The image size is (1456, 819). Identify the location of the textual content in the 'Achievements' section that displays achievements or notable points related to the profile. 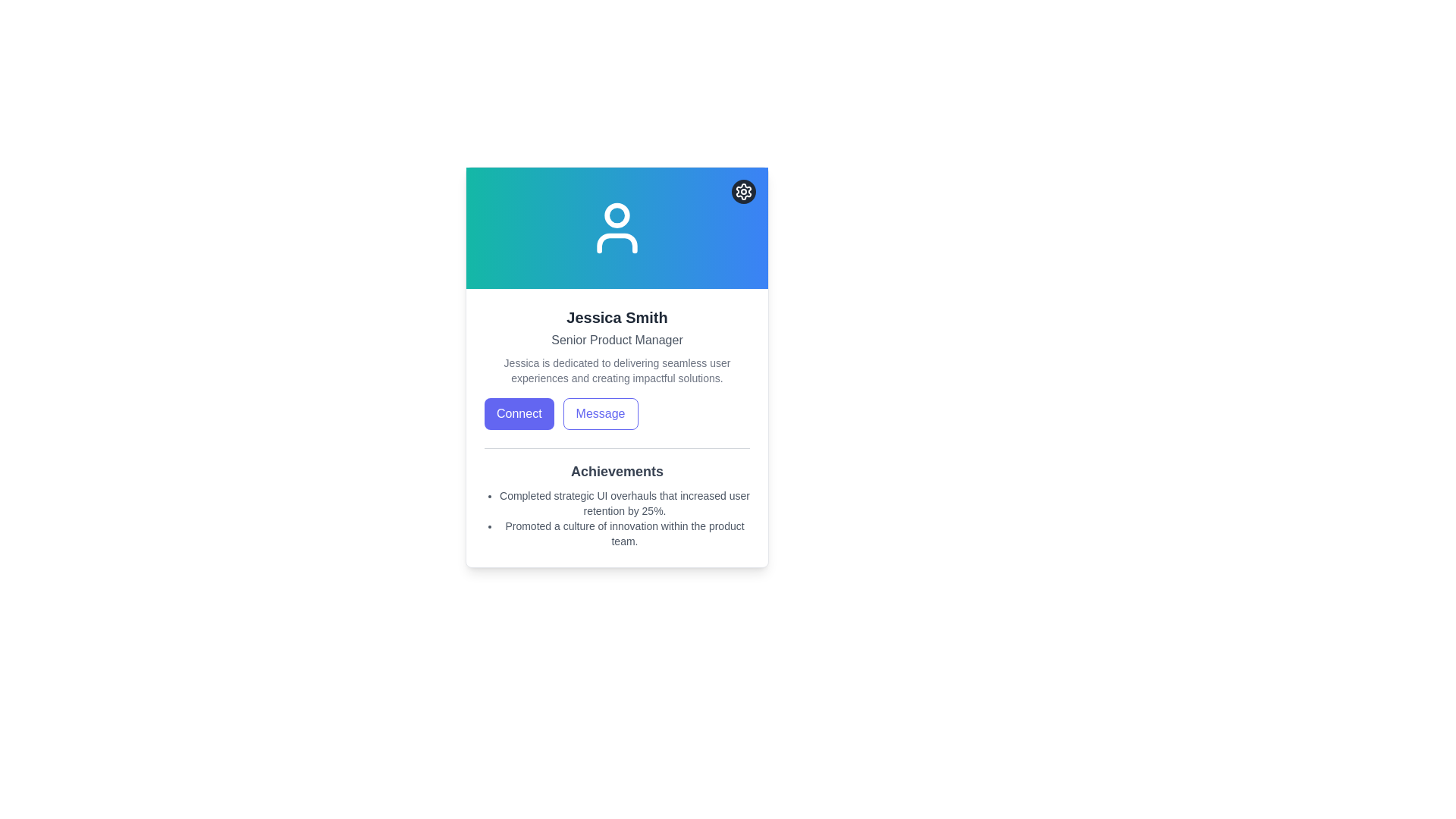
(617, 517).